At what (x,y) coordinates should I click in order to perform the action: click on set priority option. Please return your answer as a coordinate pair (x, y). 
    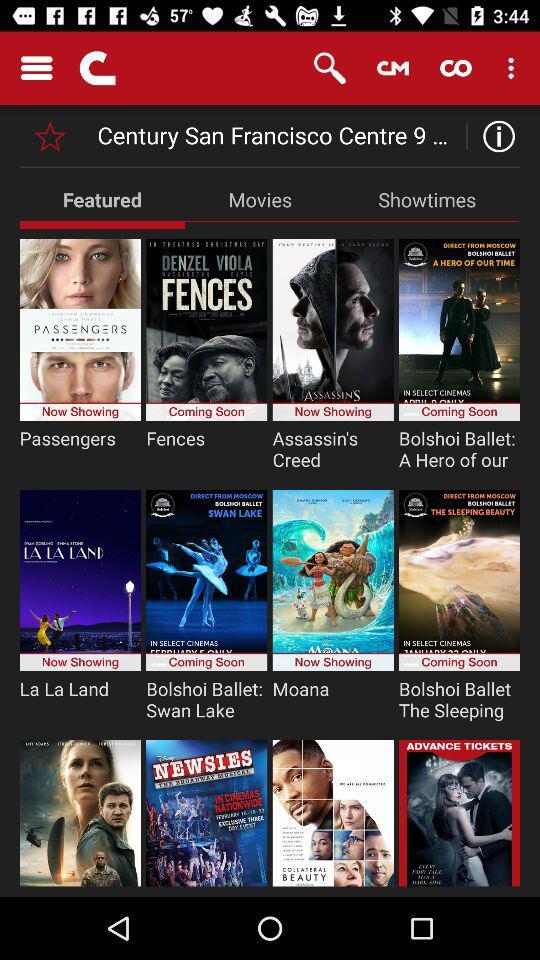
    Looking at the image, I should click on (50, 135).